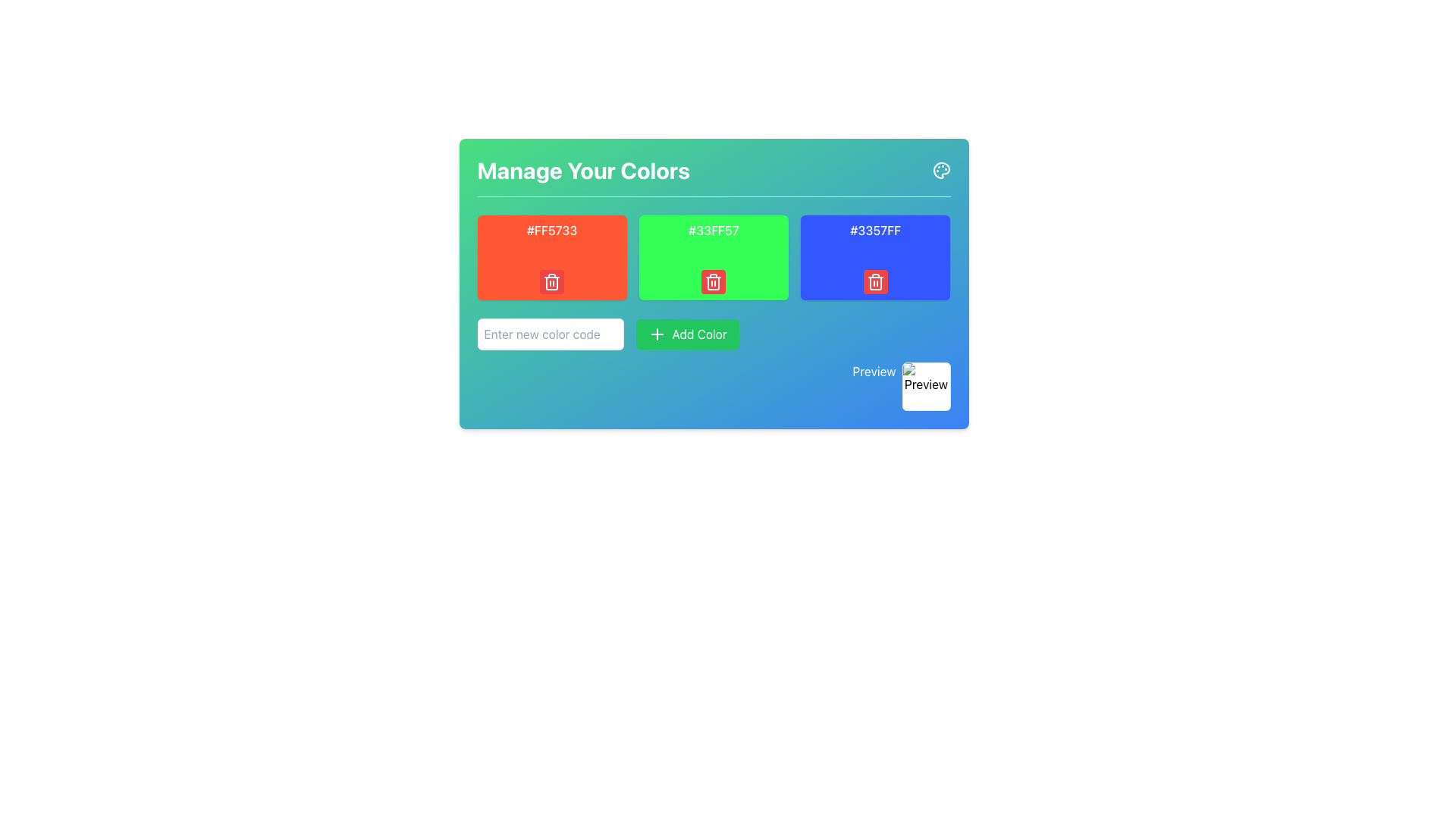 The image size is (1456, 819). Describe the element at coordinates (551, 231) in the screenshot. I see `text displayed in the medium-sized text element with the content '#FF5733', which is styled in white color over an orange rectangular background, located near the top center, under the title 'Manage Your Colors'` at that location.